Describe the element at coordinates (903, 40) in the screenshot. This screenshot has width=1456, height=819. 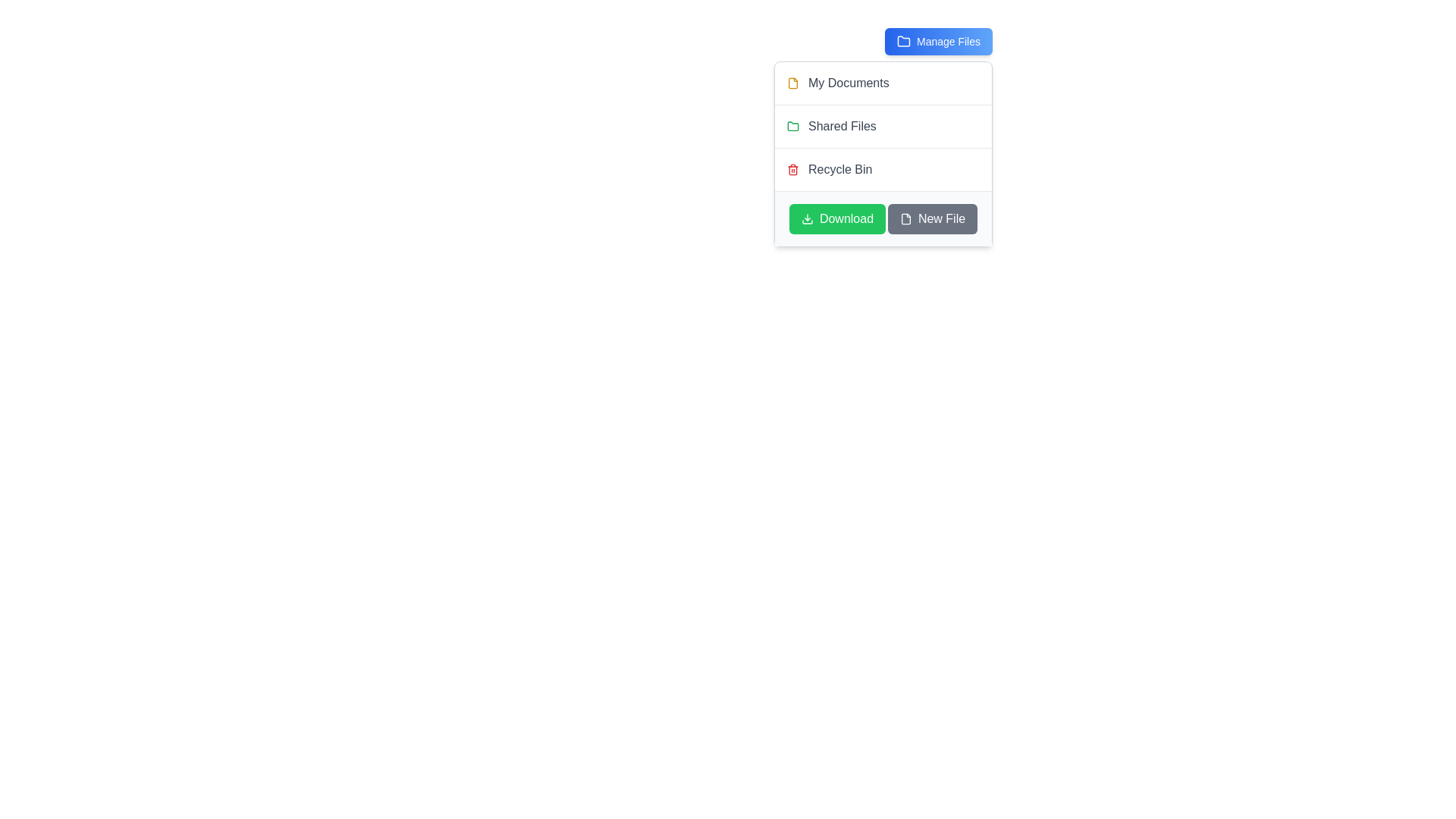
I see `the folder or file management icon located within the 'Manage Files' button in the top-right corner of the interface` at that location.